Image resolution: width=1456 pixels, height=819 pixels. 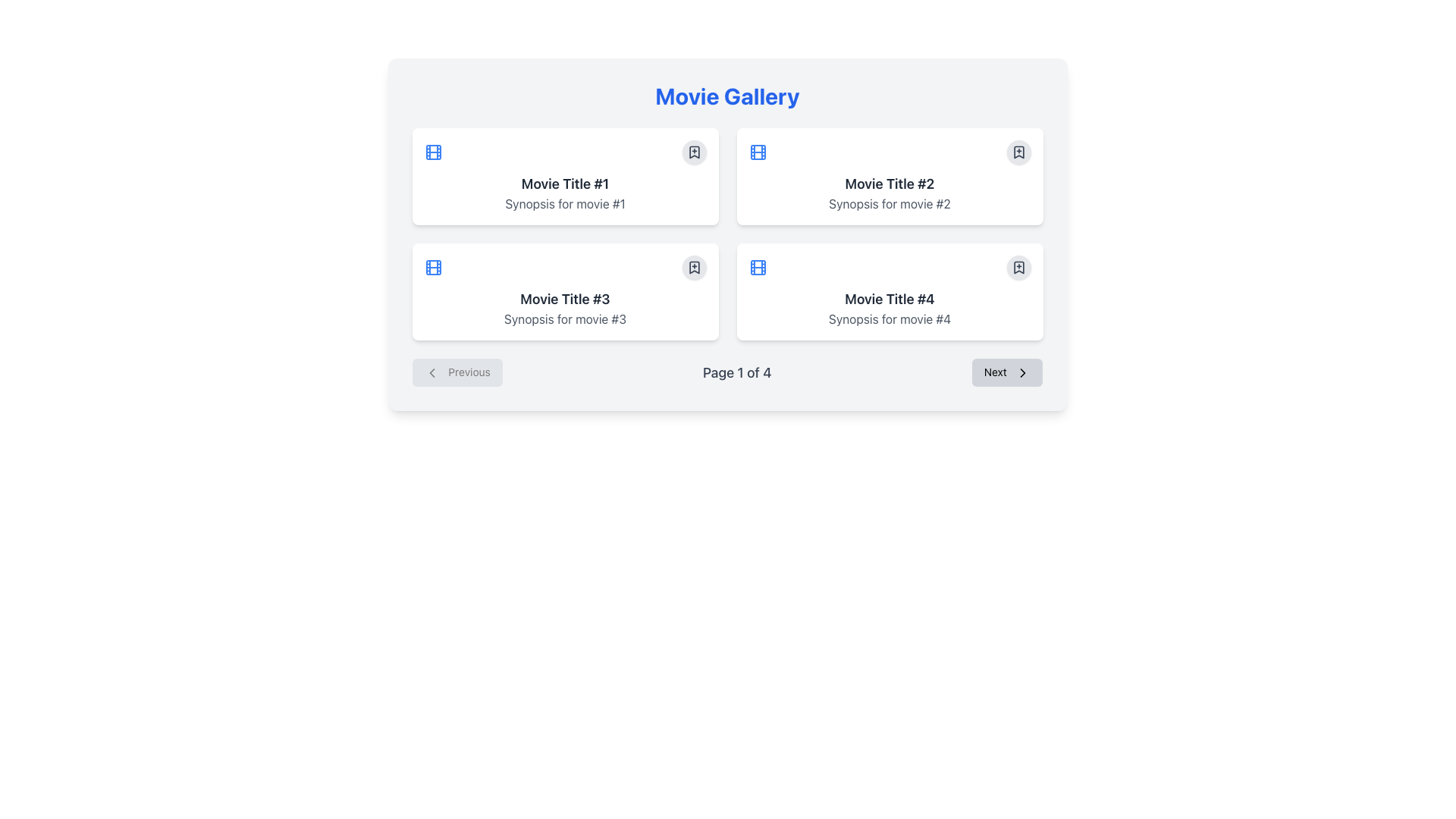 What do you see at coordinates (432, 152) in the screenshot?
I see `the movie icon representing 'Movie Title #1' by moving the cursor to it` at bounding box center [432, 152].